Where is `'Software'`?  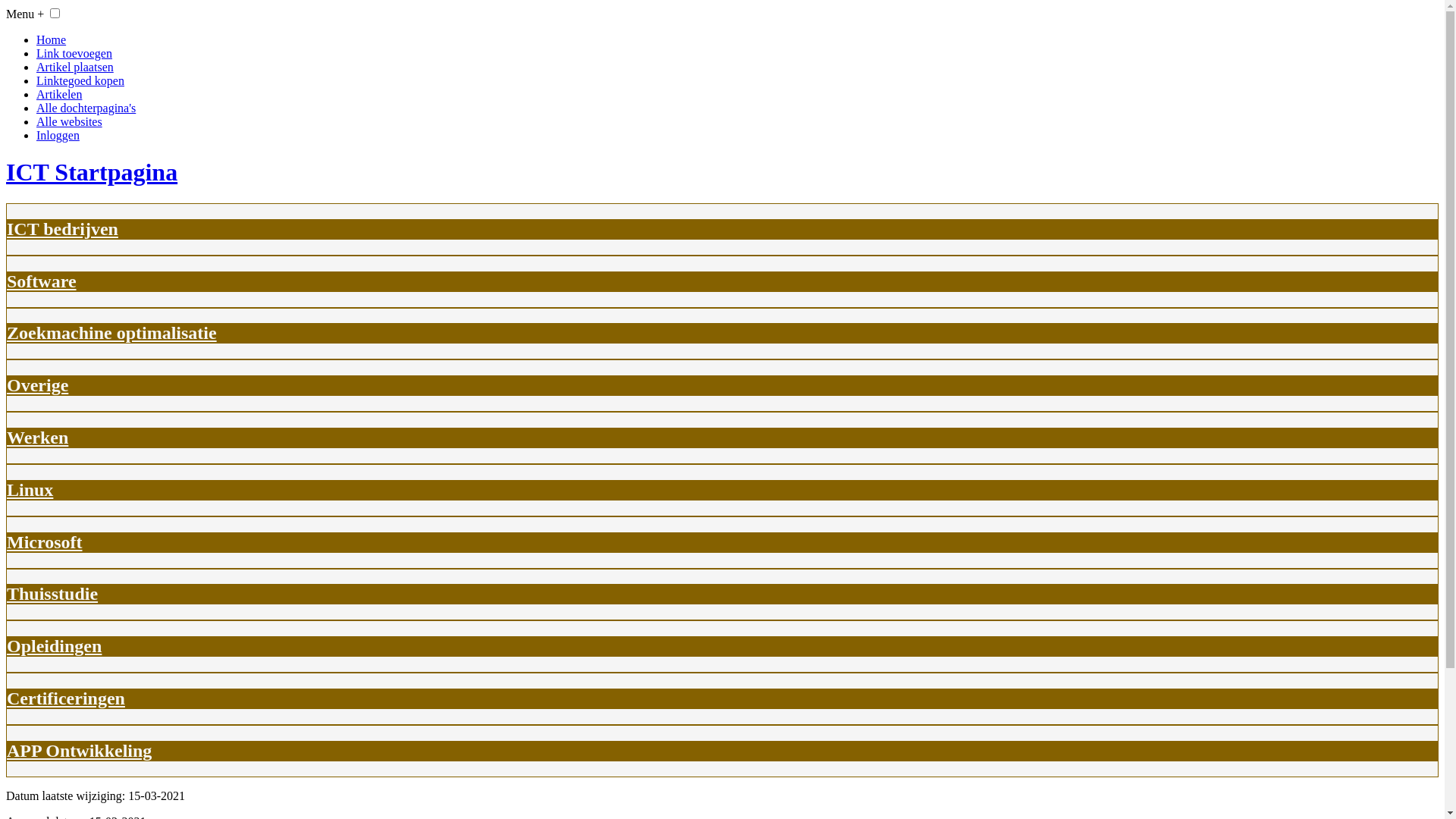 'Software' is located at coordinates (41, 281).